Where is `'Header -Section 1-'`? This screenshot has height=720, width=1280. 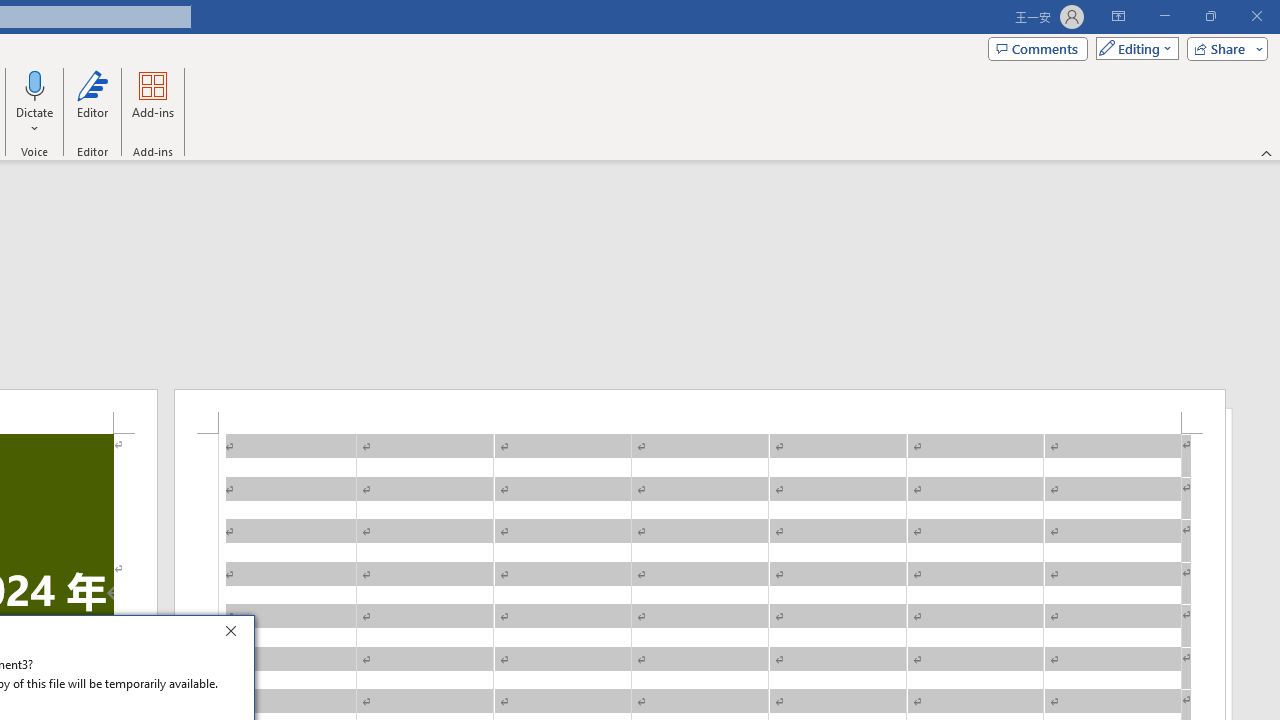
'Header -Section 1-' is located at coordinates (700, 410).